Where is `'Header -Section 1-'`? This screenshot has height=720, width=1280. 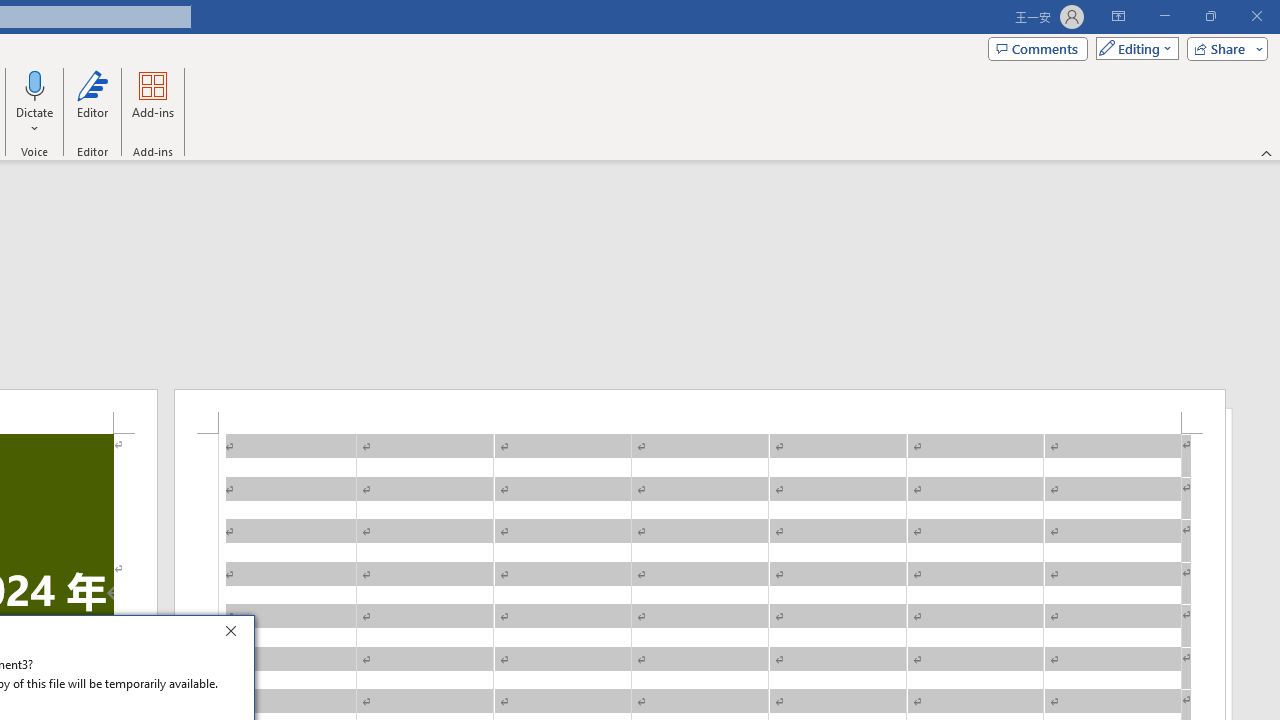
'Header -Section 1-' is located at coordinates (700, 410).